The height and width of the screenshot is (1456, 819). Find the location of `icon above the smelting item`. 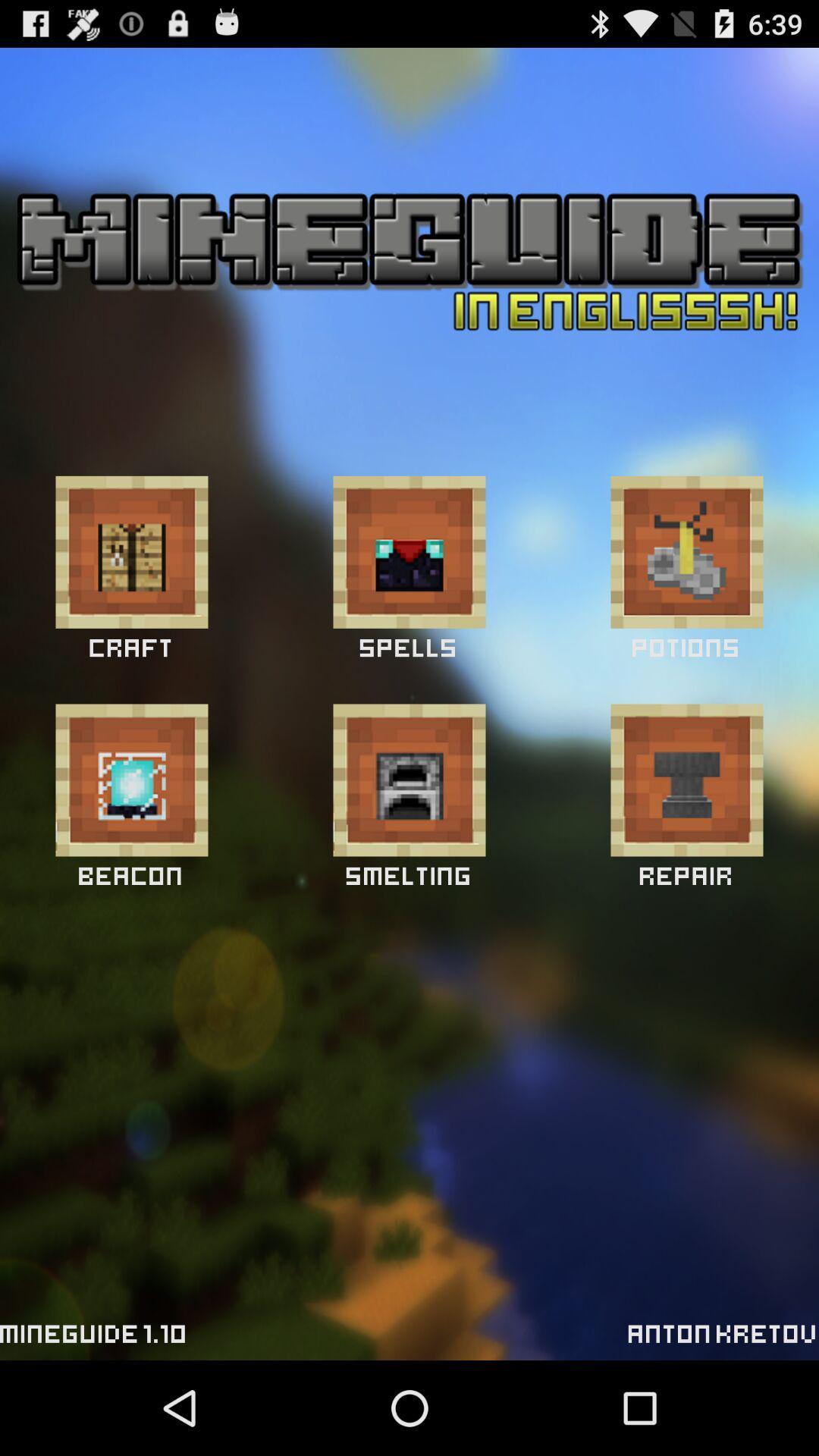

icon above the smelting item is located at coordinates (409, 780).